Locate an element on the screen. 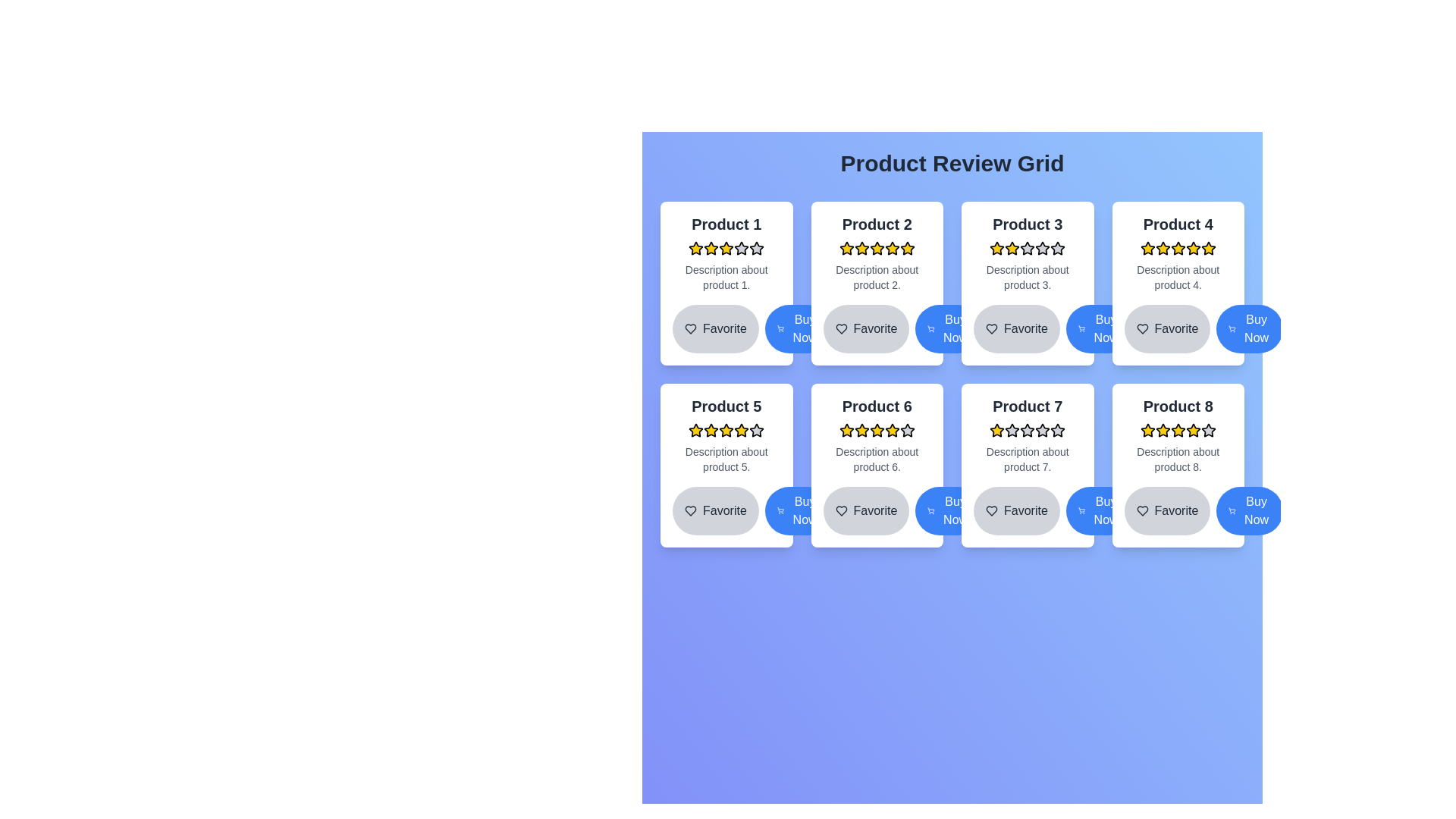 The height and width of the screenshot is (819, 1456). the heart icon within the 'Favorite' button located below 'Product 1' is located at coordinates (690, 328).